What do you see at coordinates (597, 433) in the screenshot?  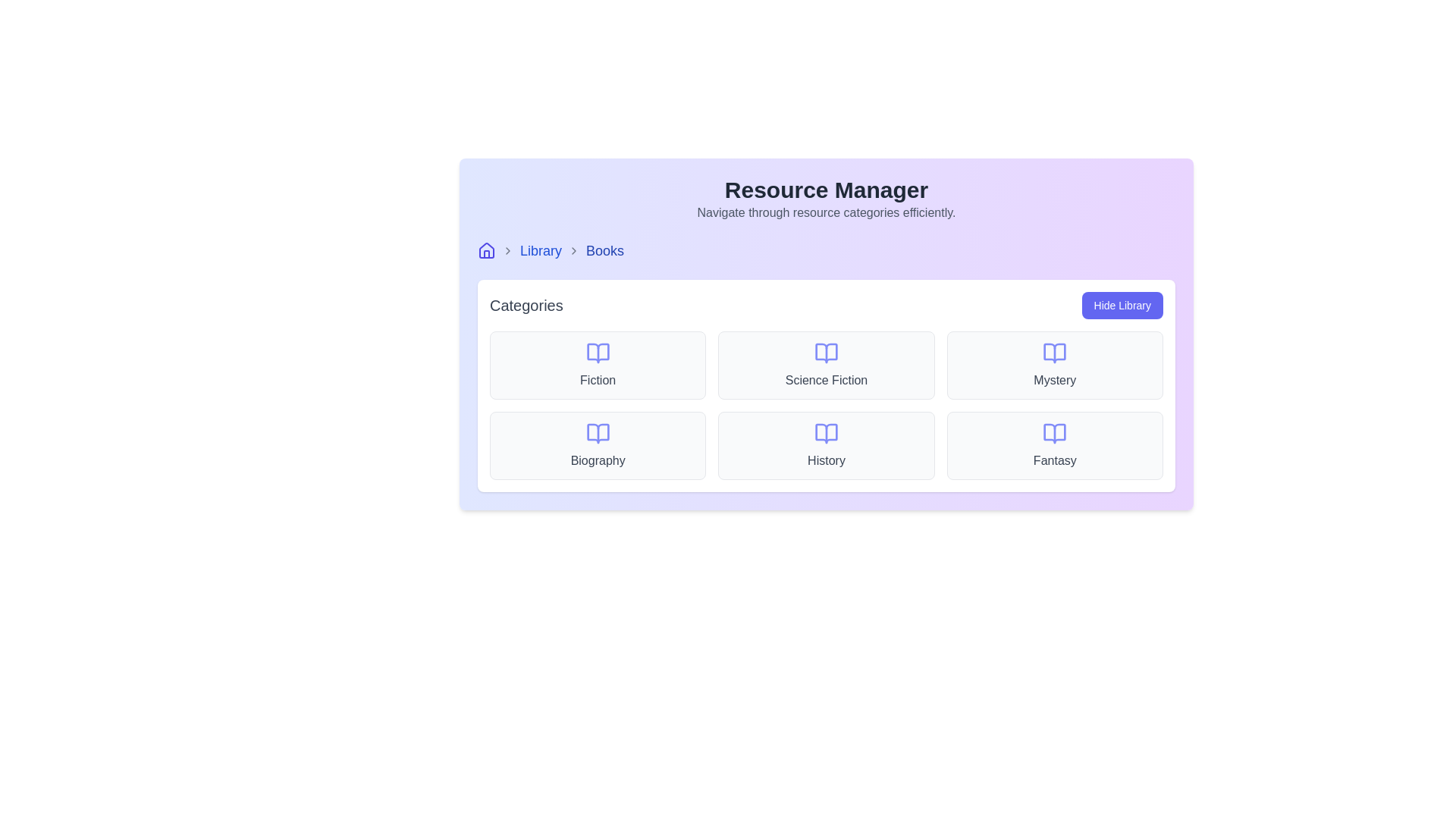 I see `the decorative 'Biography' icon located in the bottom-left area of the 'Categories' section grid, specifically the second row, first column icon` at bounding box center [597, 433].